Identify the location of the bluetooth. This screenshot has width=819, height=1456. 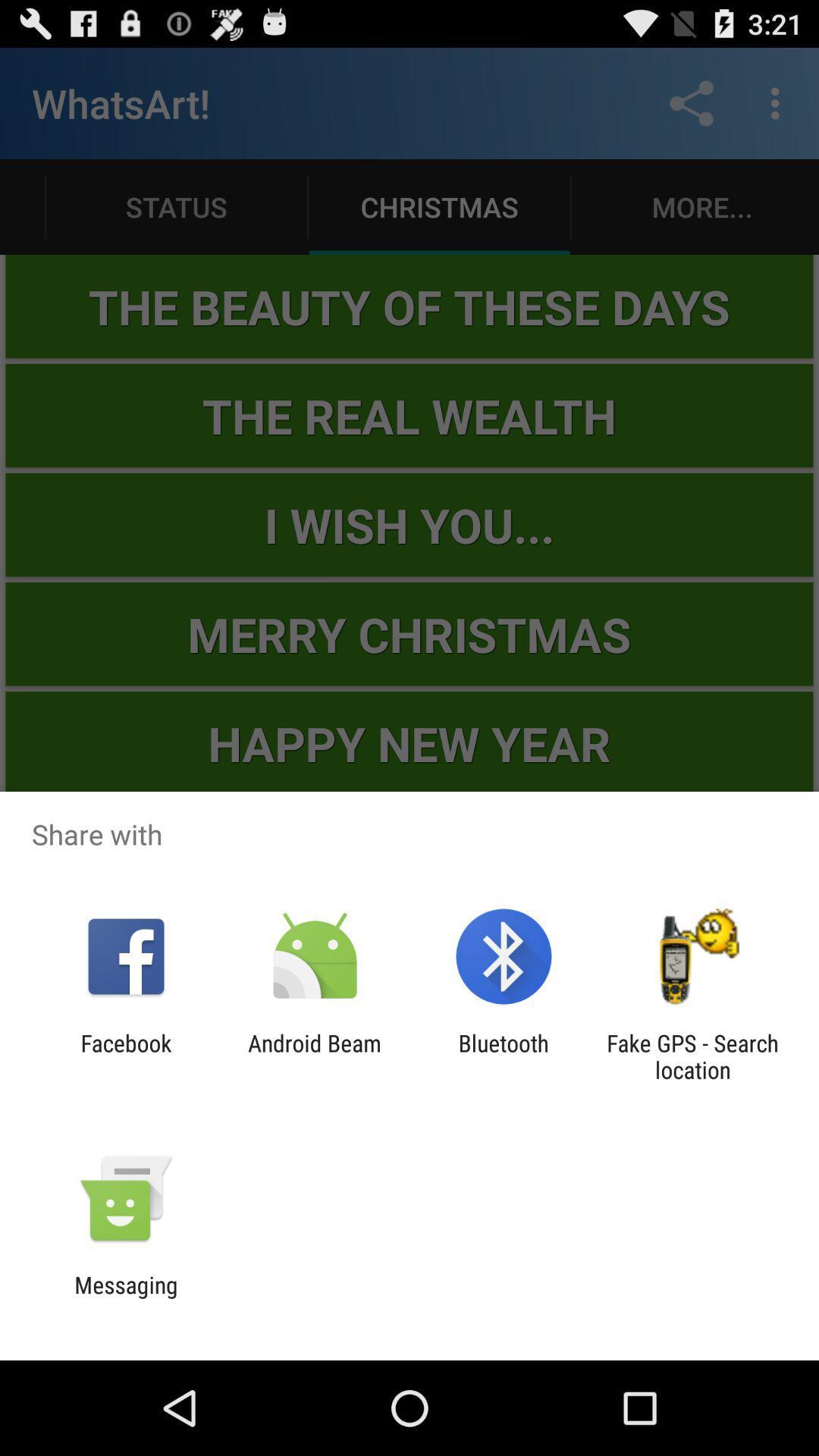
(504, 1056).